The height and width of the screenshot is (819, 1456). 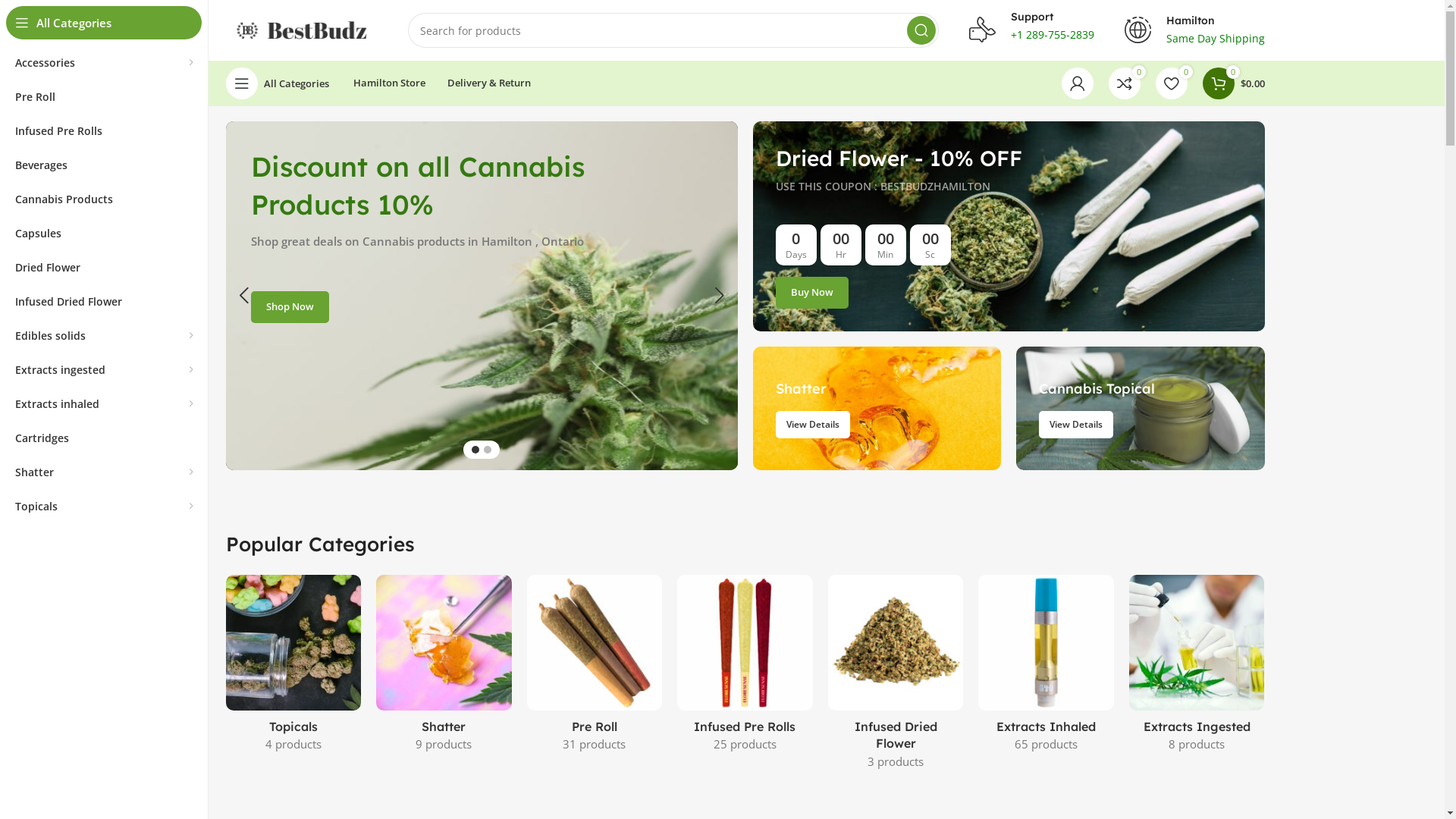 I want to click on 'View Details', so click(x=1037, y=424).